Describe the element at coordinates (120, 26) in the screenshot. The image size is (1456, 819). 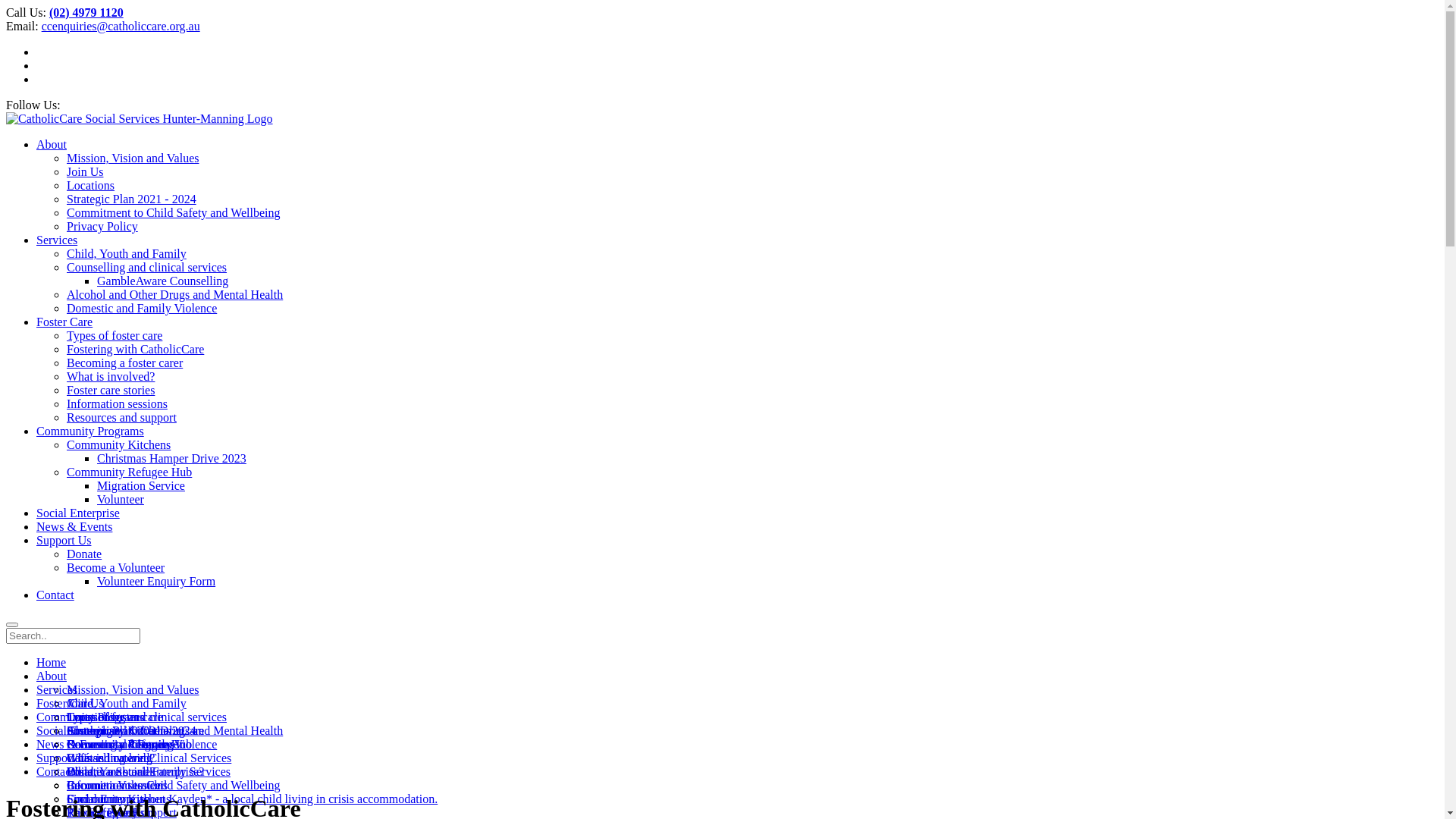
I see `'ccenquiries@catholiccare.org.au'` at that location.